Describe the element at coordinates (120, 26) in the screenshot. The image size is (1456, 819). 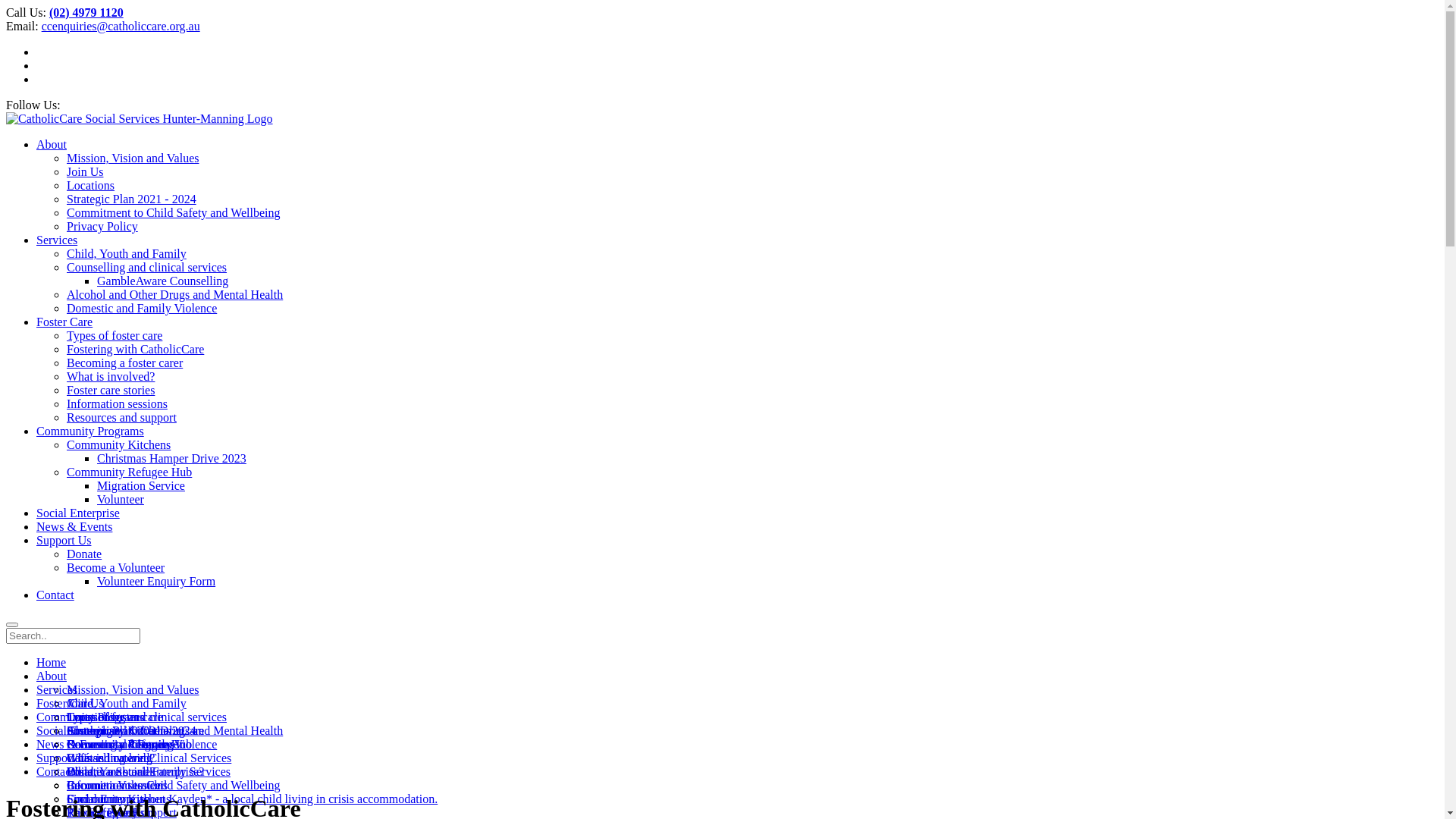
I see `'ccenquiries@catholiccare.org.au'` at that location.